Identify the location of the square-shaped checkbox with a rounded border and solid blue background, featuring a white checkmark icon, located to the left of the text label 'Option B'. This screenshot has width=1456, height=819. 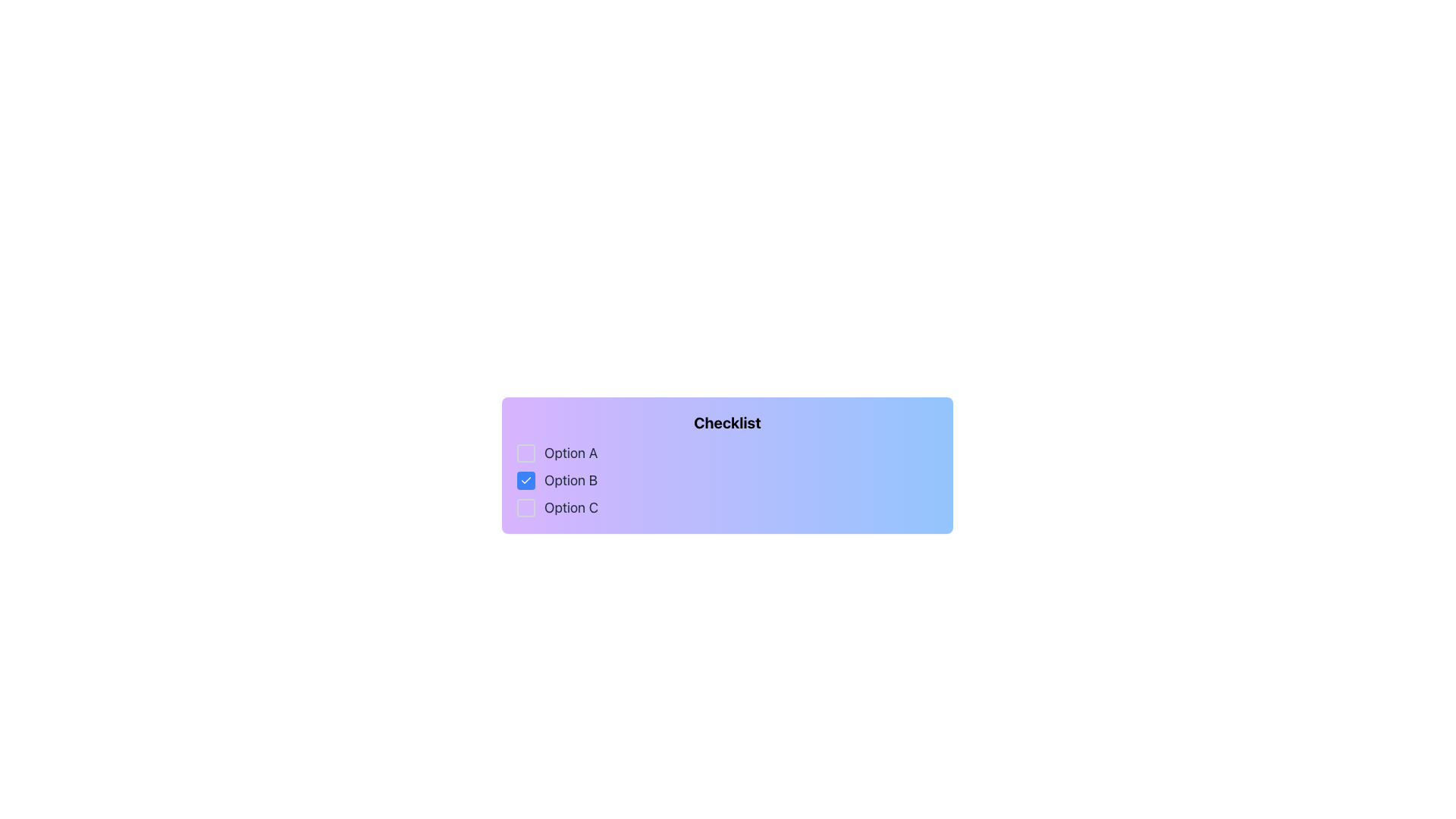
(526, 480).